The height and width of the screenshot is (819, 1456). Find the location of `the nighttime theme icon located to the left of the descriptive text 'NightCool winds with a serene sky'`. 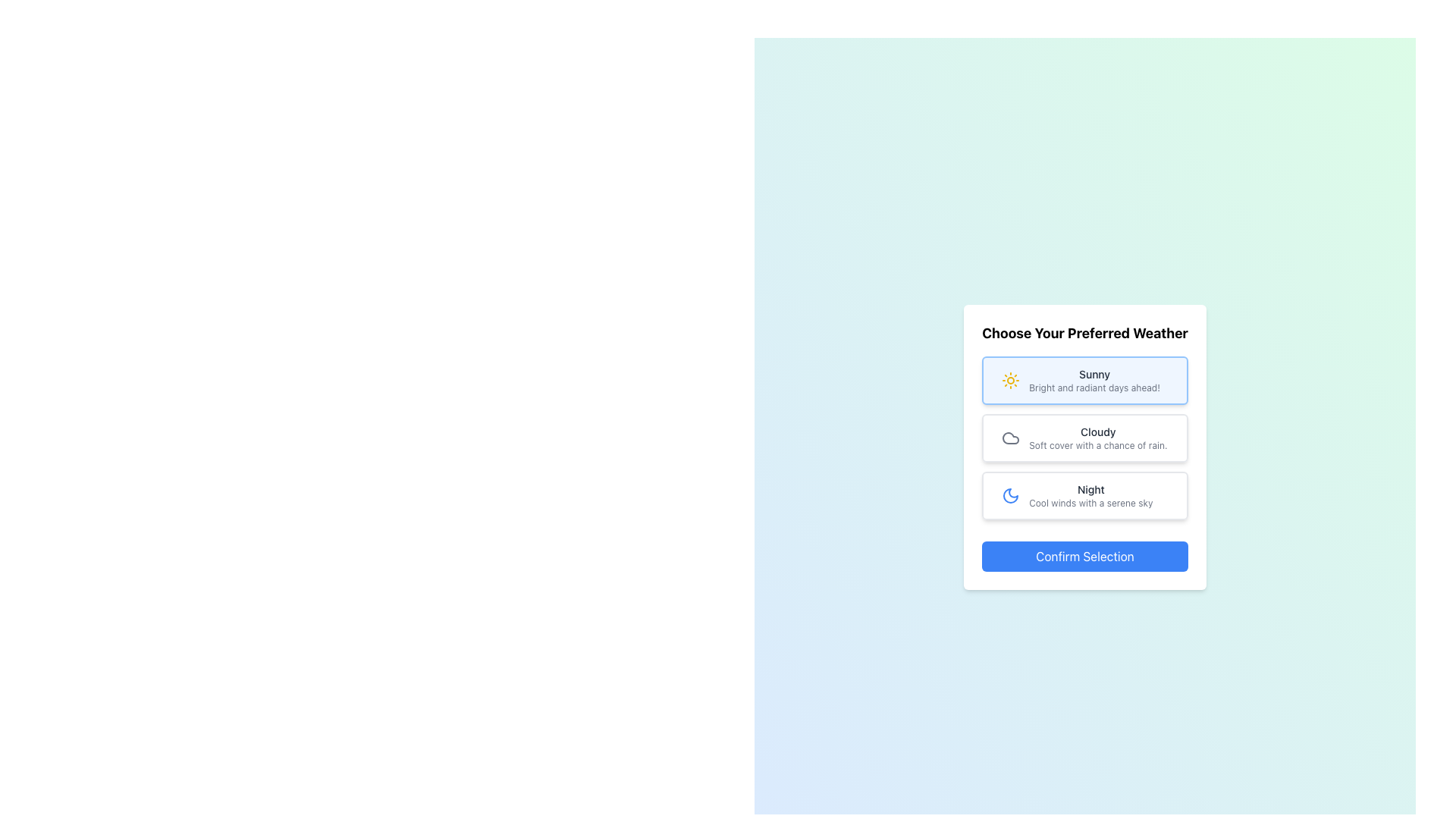

the nighttime theme icon located to the left of the descriptive text 'NightCool winds with a serene sky' is located at coordinates (1011, 496).